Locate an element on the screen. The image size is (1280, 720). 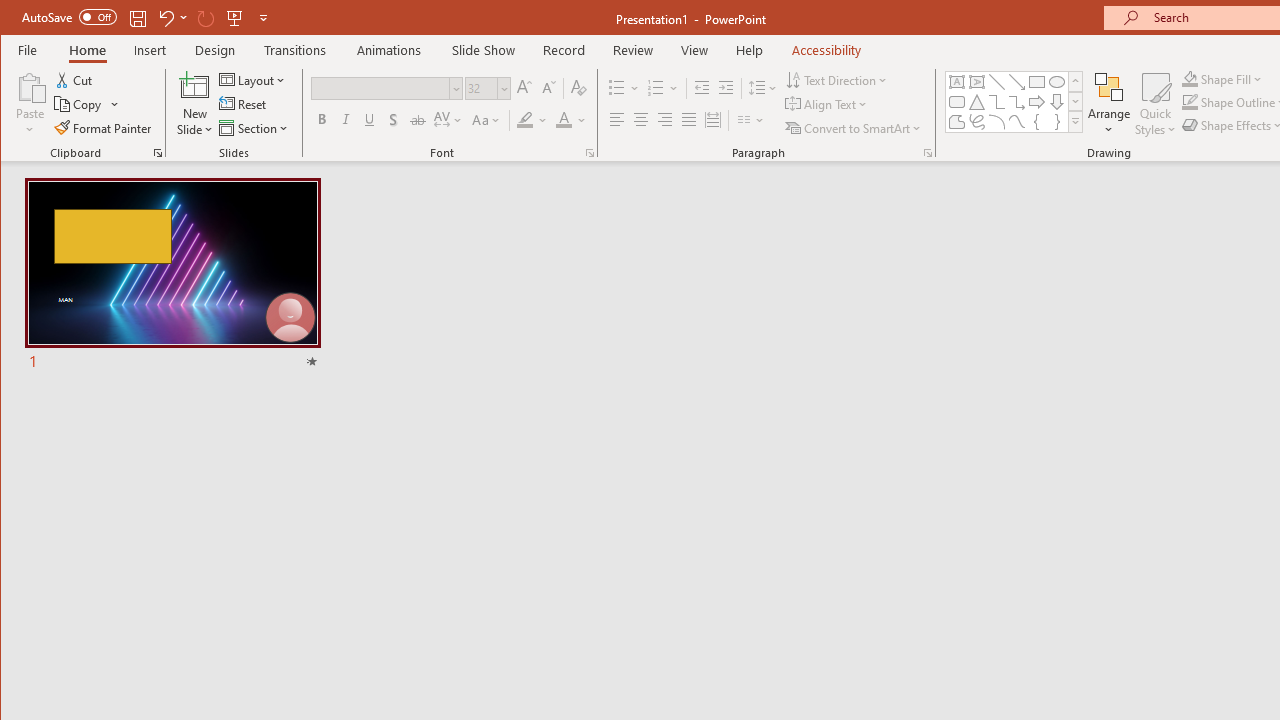
'Vertical Text Box' is located at coordinates (976, 81).